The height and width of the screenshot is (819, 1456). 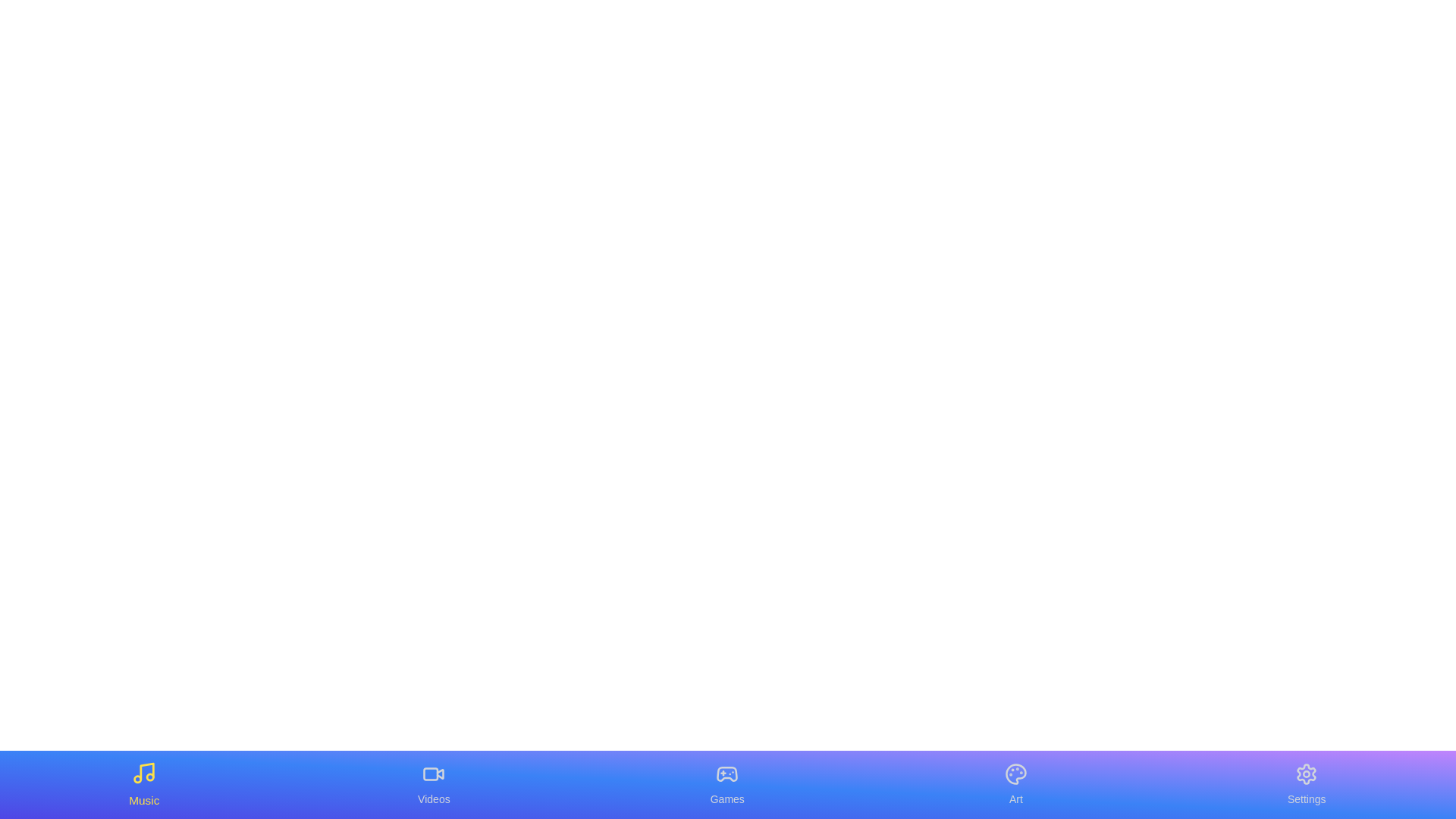 What do you see at coordinates (1015, 784) in the screenshot?
I see `the Art tab by clicking on its icon` at bounding box center [1015, 784].